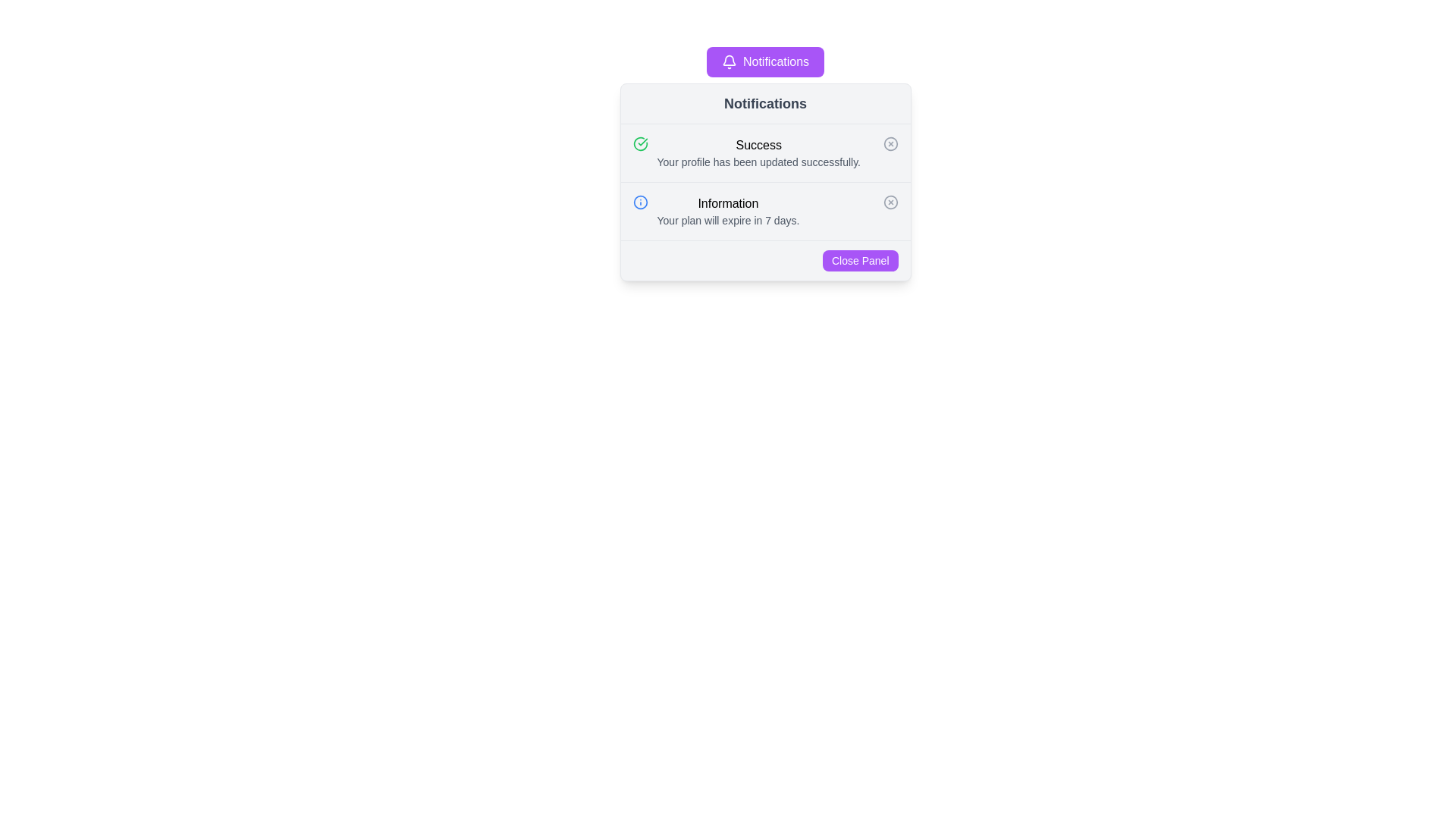 This screenshot has width=1456, height=819. I want to click on the SVG Circle Element in the second row of the notification panel, located to the right of the 'Information' text and icon, which serves as a close action icon, so click(890, 201).